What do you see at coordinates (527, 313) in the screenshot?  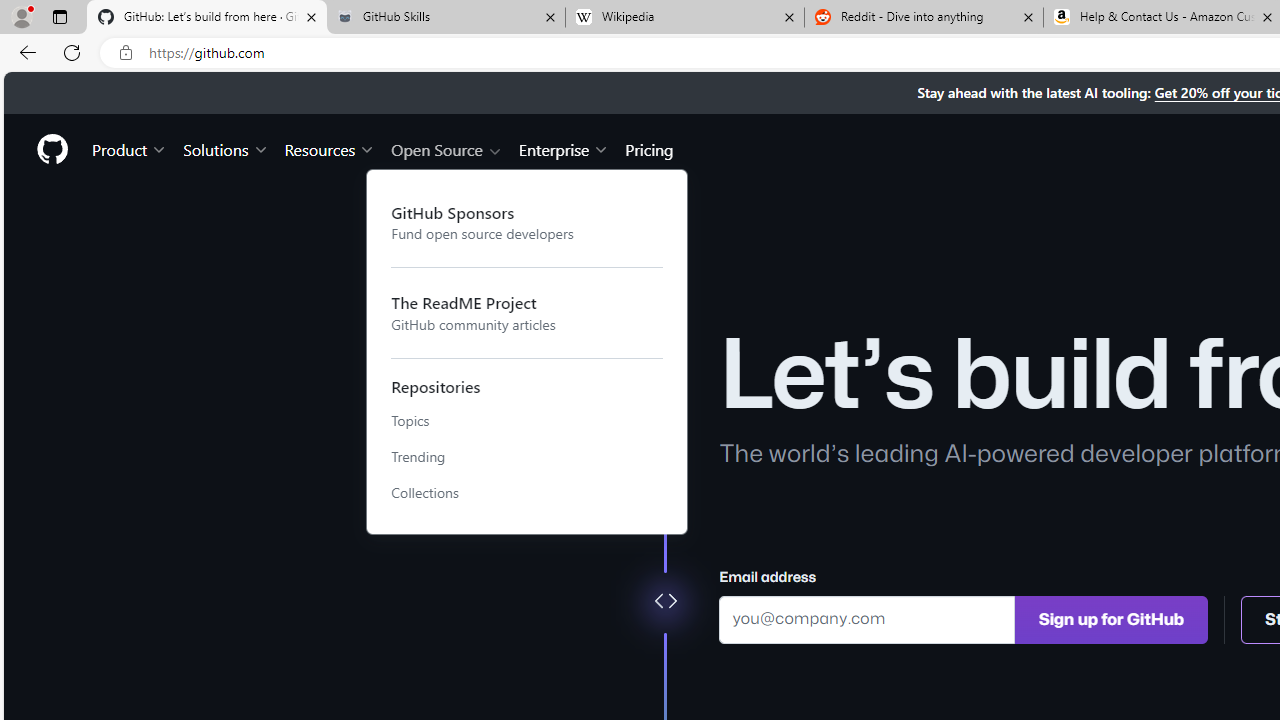 I see `'The ReadME Project GitHub community articles'` at bounding box center [527, 313].